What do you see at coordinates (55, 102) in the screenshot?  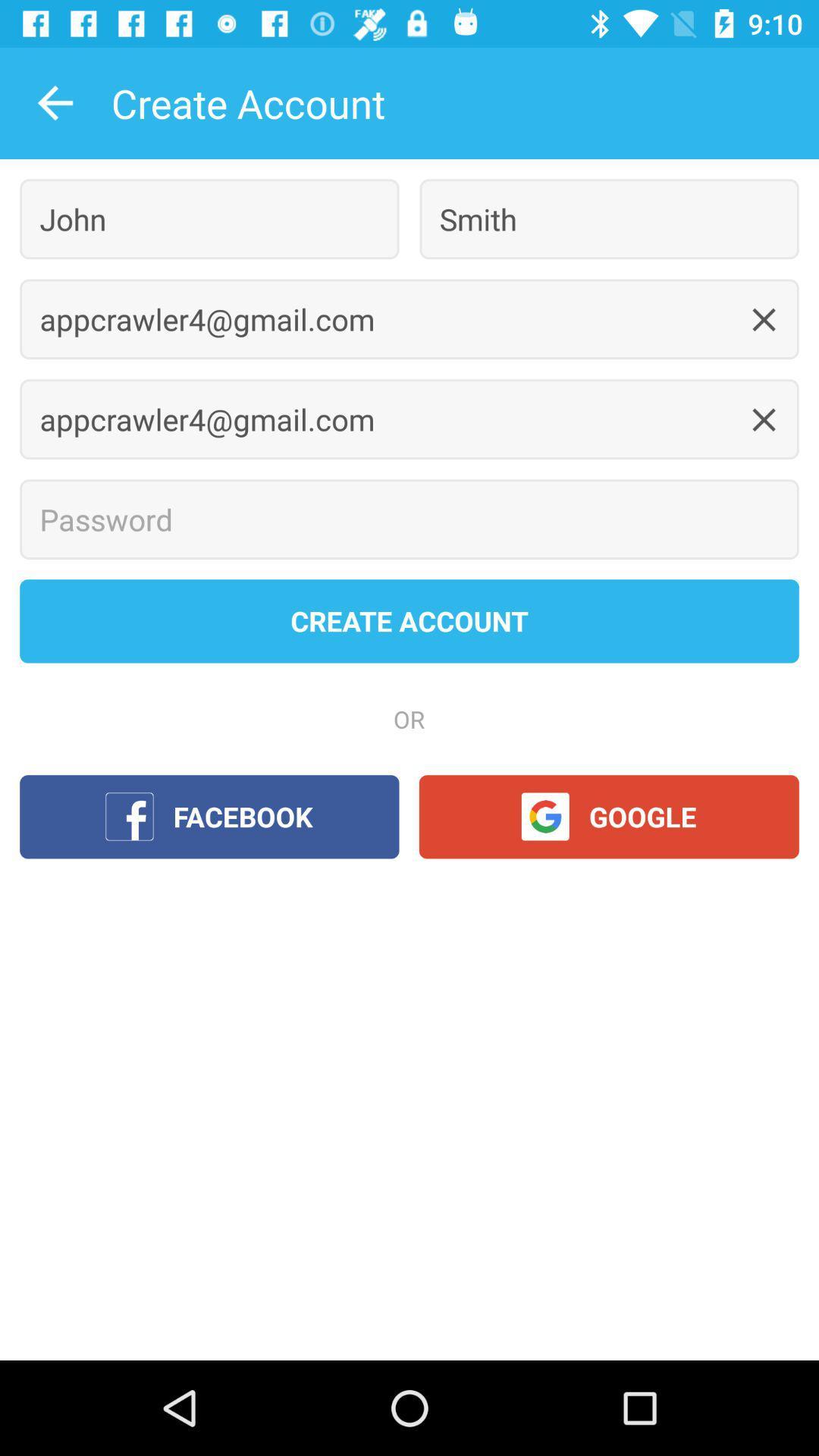 I see `icon next to the create account icon` at bounding box center [55, 102].